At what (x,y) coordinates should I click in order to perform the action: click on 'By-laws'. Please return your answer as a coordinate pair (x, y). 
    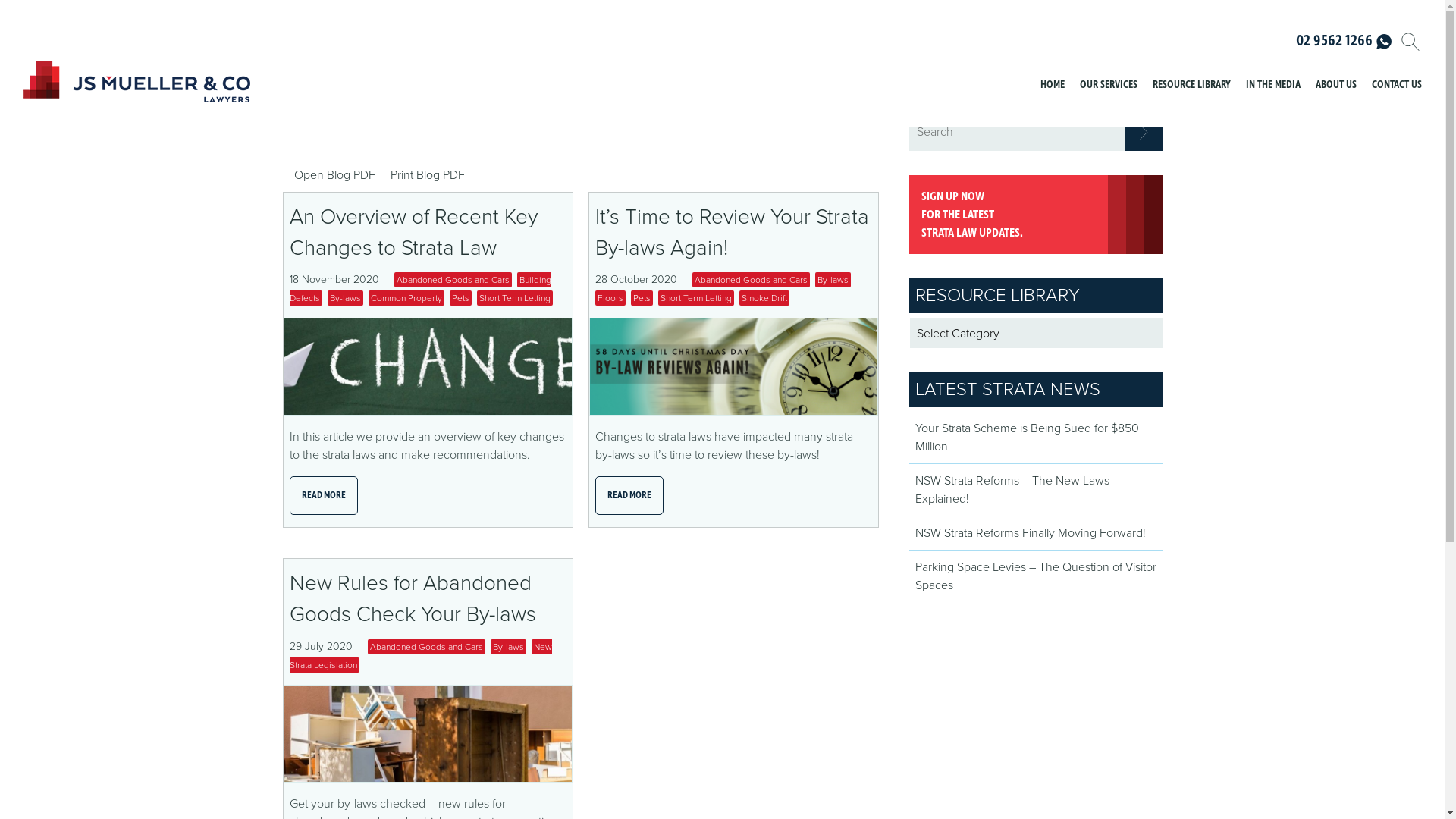
    Looking at the image, I should click on (507, 646).